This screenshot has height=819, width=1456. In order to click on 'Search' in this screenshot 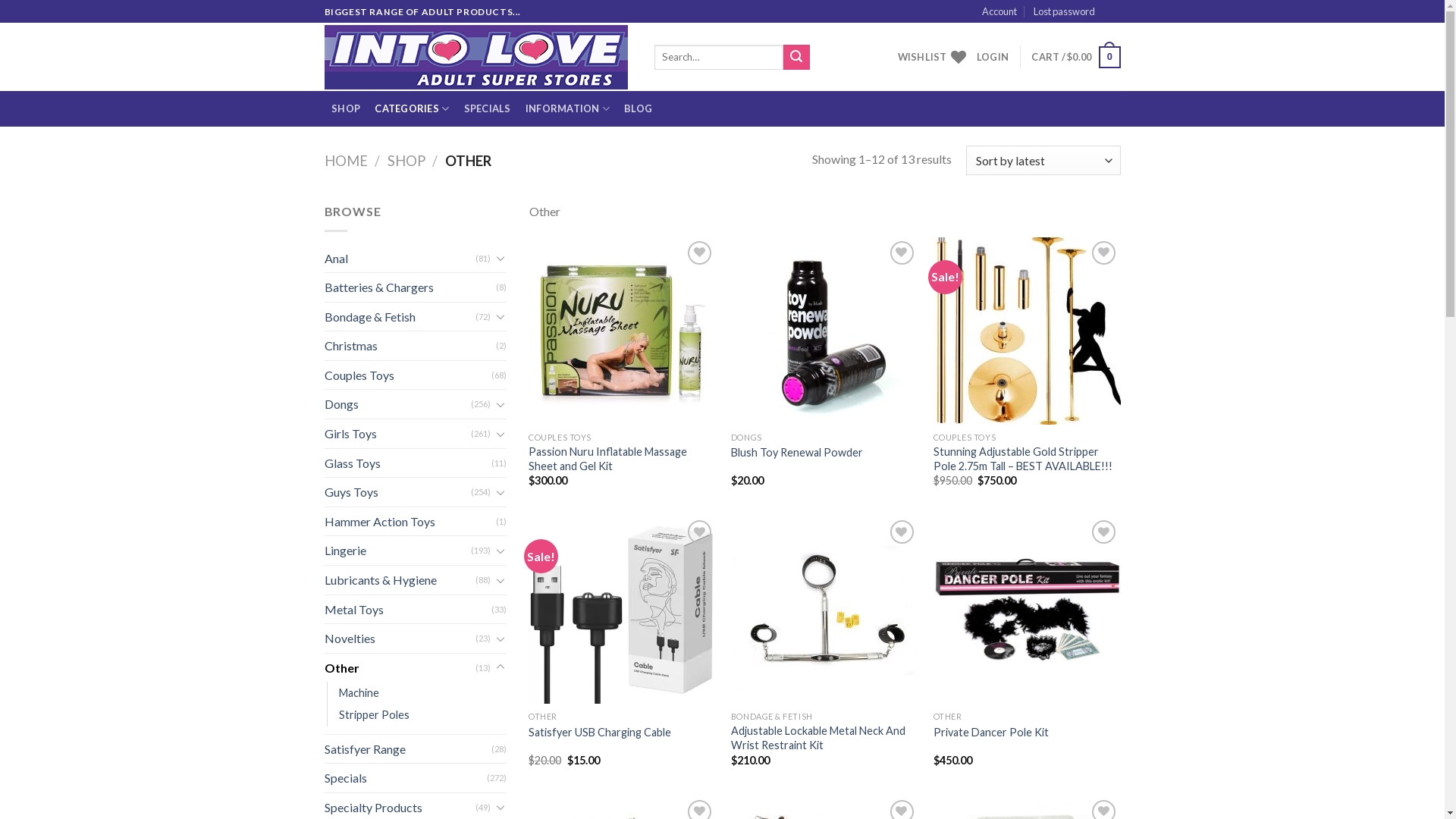, I will do `click(783, 57)`.